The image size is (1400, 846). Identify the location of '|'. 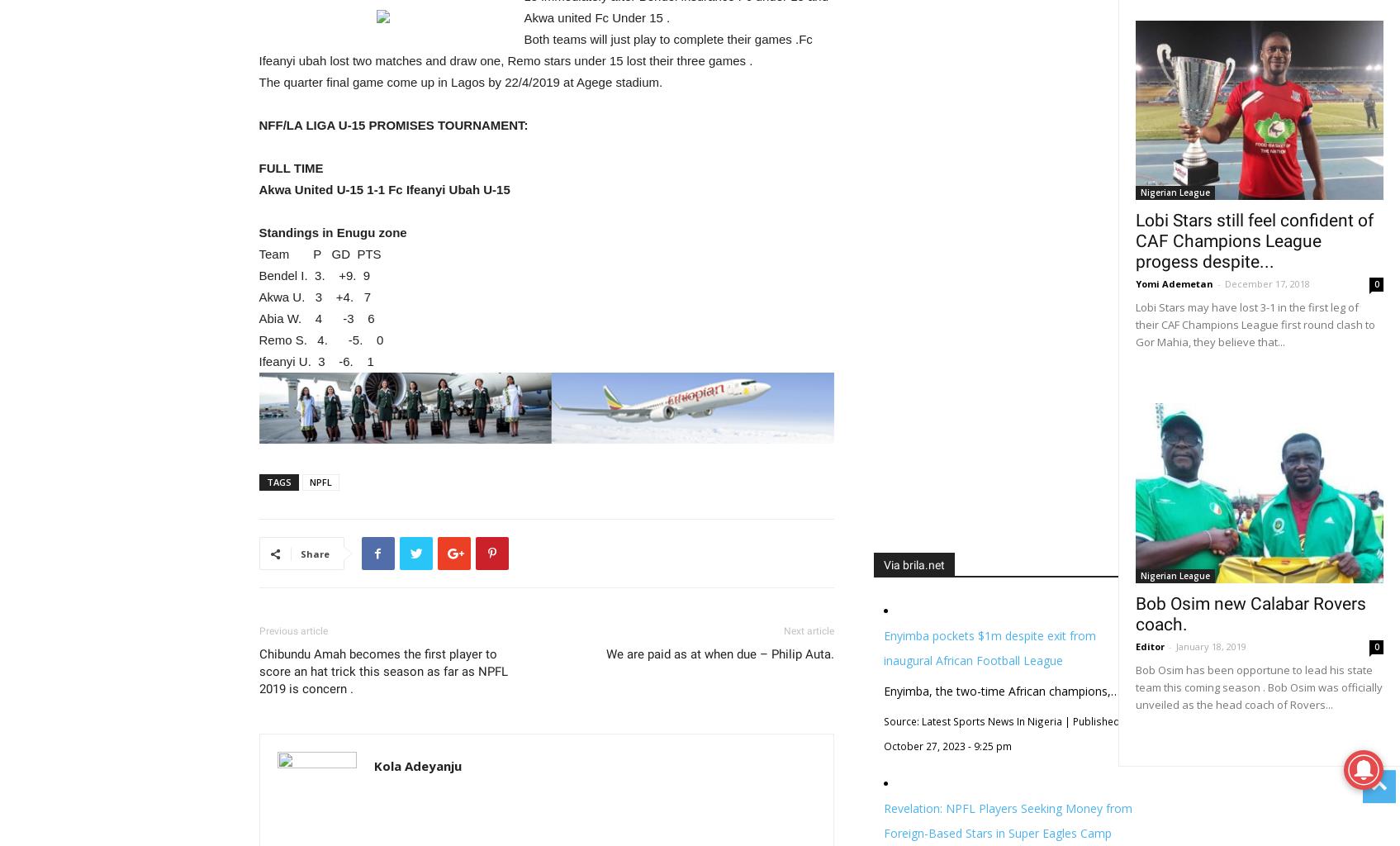
(1065, 720).